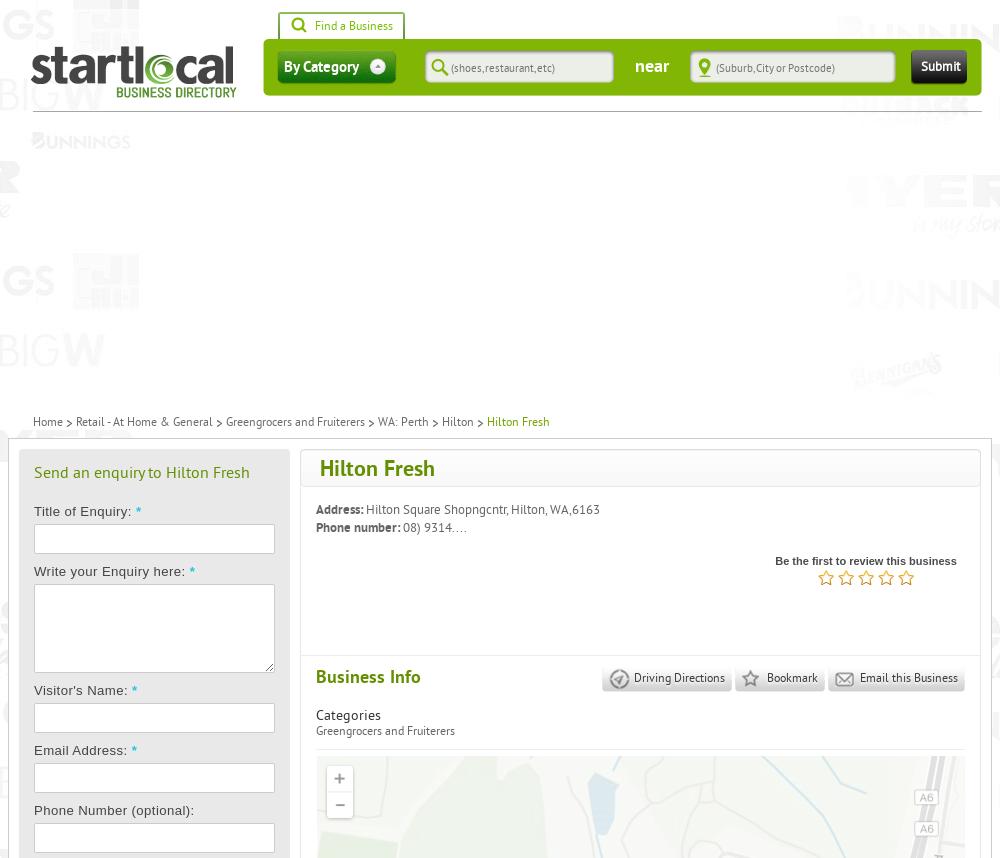  I want to click on 'Title of Enquiry:', so click(34, 510).